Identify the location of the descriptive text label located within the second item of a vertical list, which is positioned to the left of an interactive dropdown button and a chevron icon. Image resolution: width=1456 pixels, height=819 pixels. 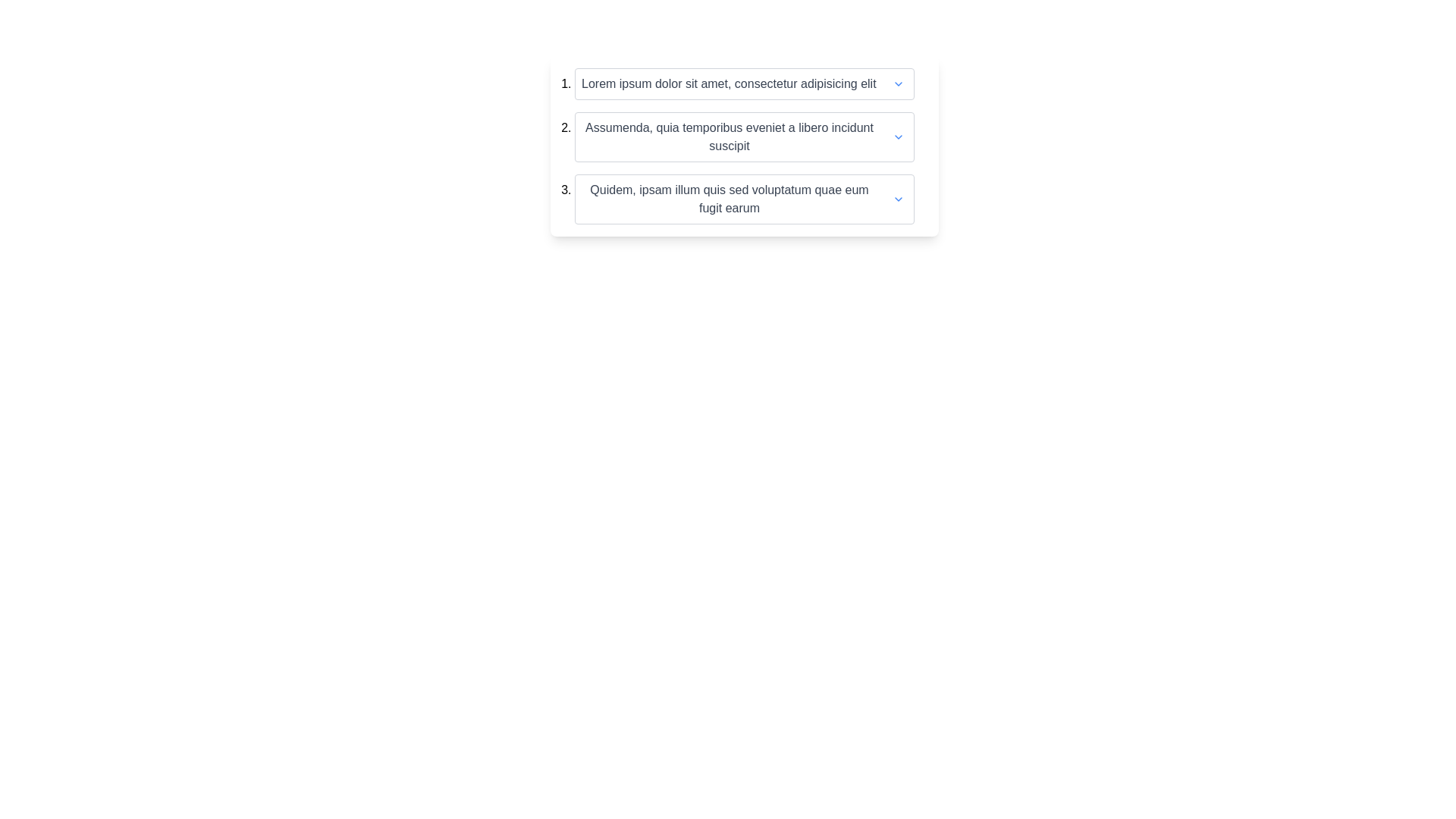
(729, 137).